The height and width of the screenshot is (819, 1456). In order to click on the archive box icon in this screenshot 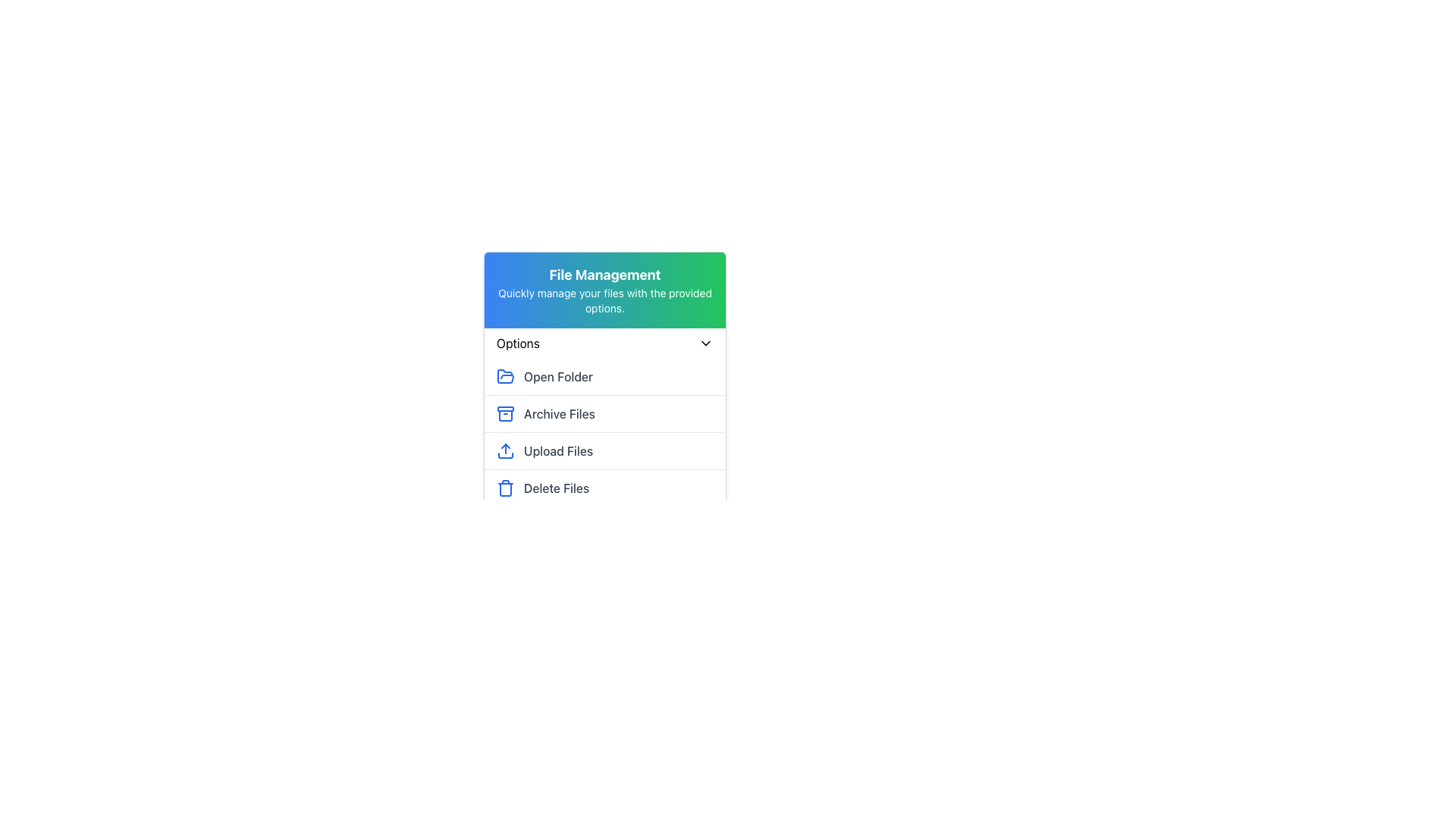, I will do `click(506, 414)`.